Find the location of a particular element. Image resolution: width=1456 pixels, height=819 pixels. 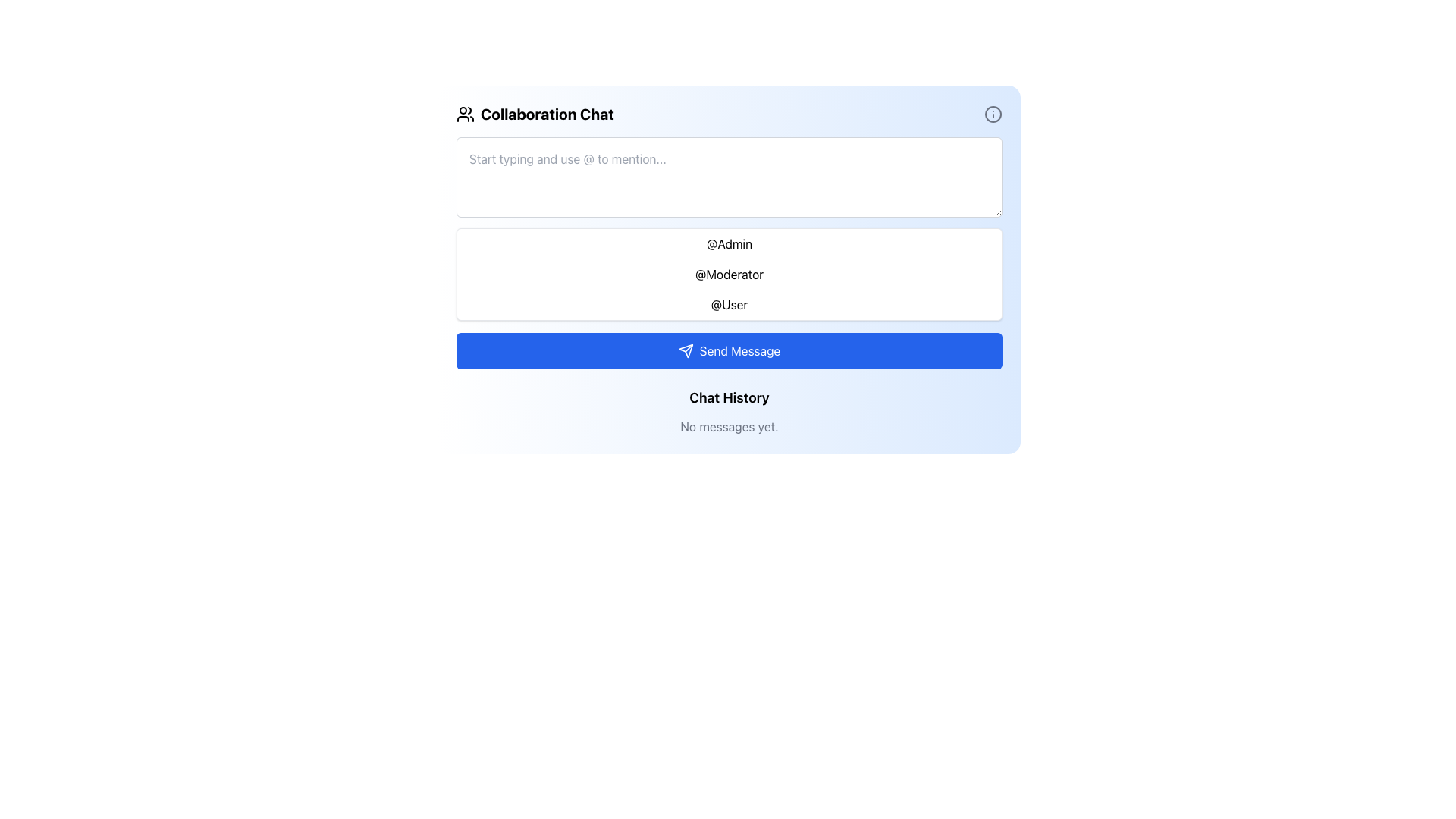

the rectangular blue button labeled 'Send Message' with a white paper plane icon, located at the bottom of the chat section, to observe any hover effect is located at coordinates (729, 350).